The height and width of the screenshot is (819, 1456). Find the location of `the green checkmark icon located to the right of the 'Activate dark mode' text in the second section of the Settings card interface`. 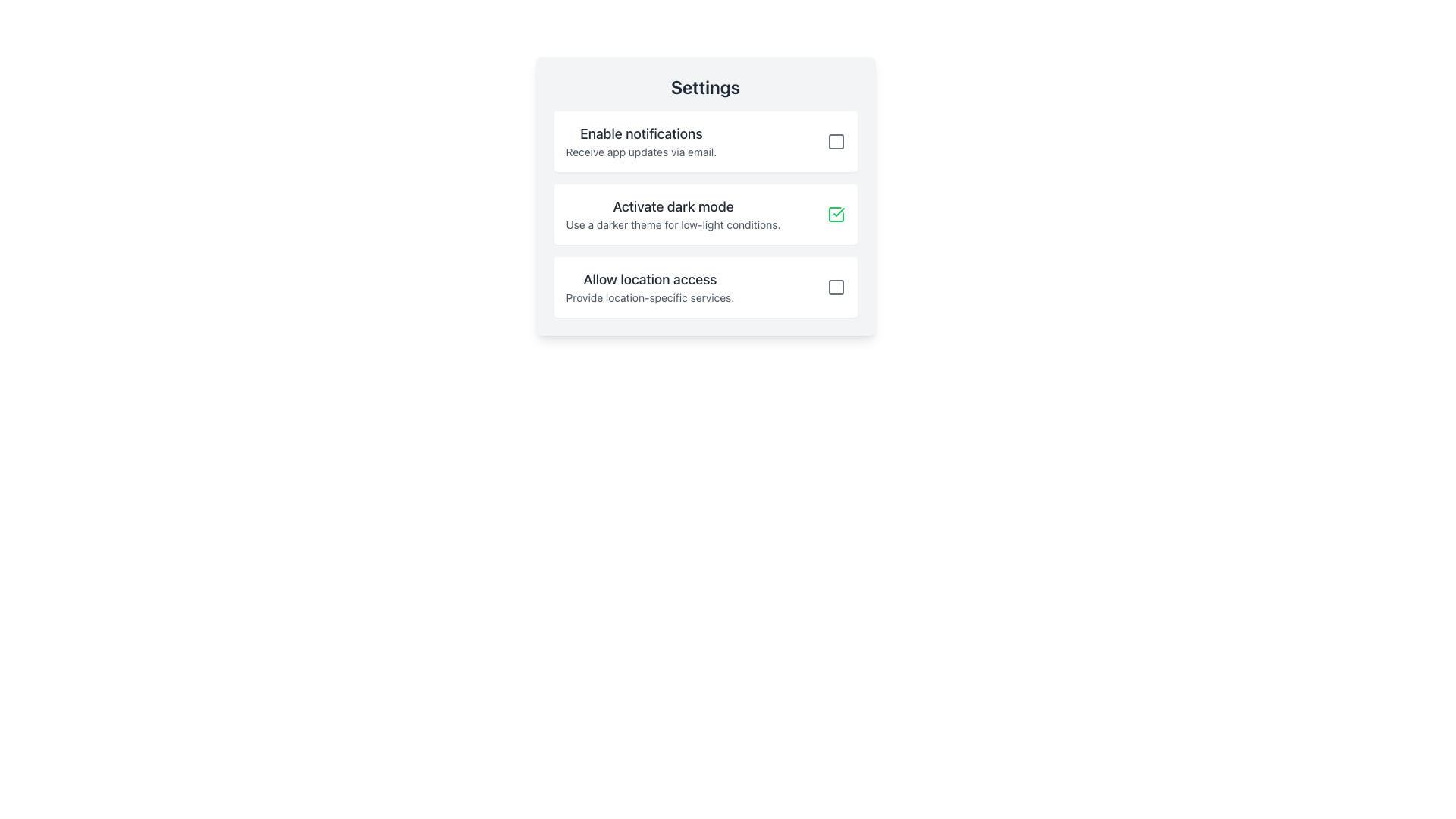

the green checkmark icon located to the right of the 'Activate dark mode' text in the second section of the Settings card interface is located at coordinates (835, 214).